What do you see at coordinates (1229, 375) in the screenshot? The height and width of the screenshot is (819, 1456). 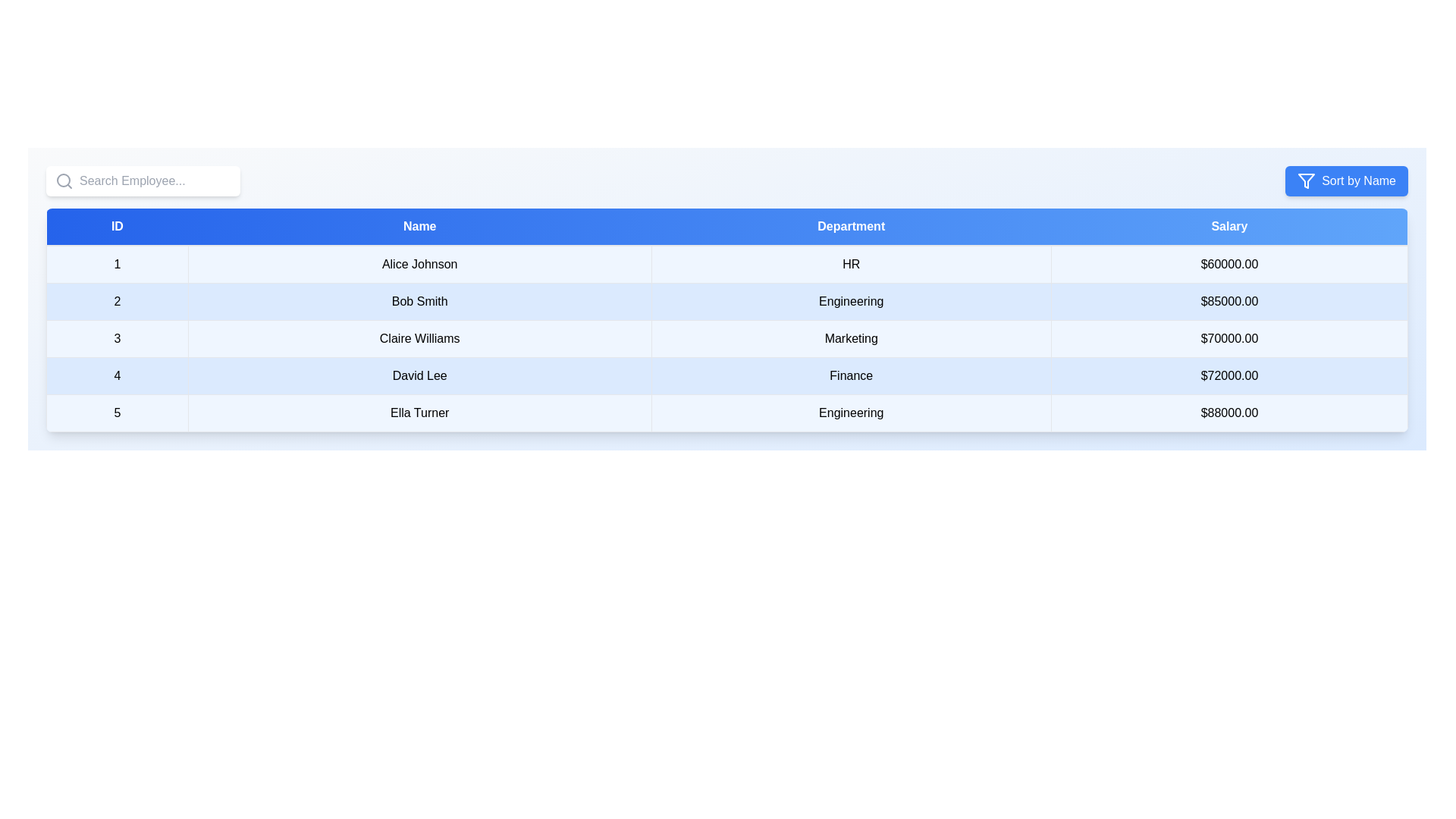 I see `the static text cell displaying the salary amount for 'David Lee' in the fourth column of the table` at bounding box center [1229, 375].